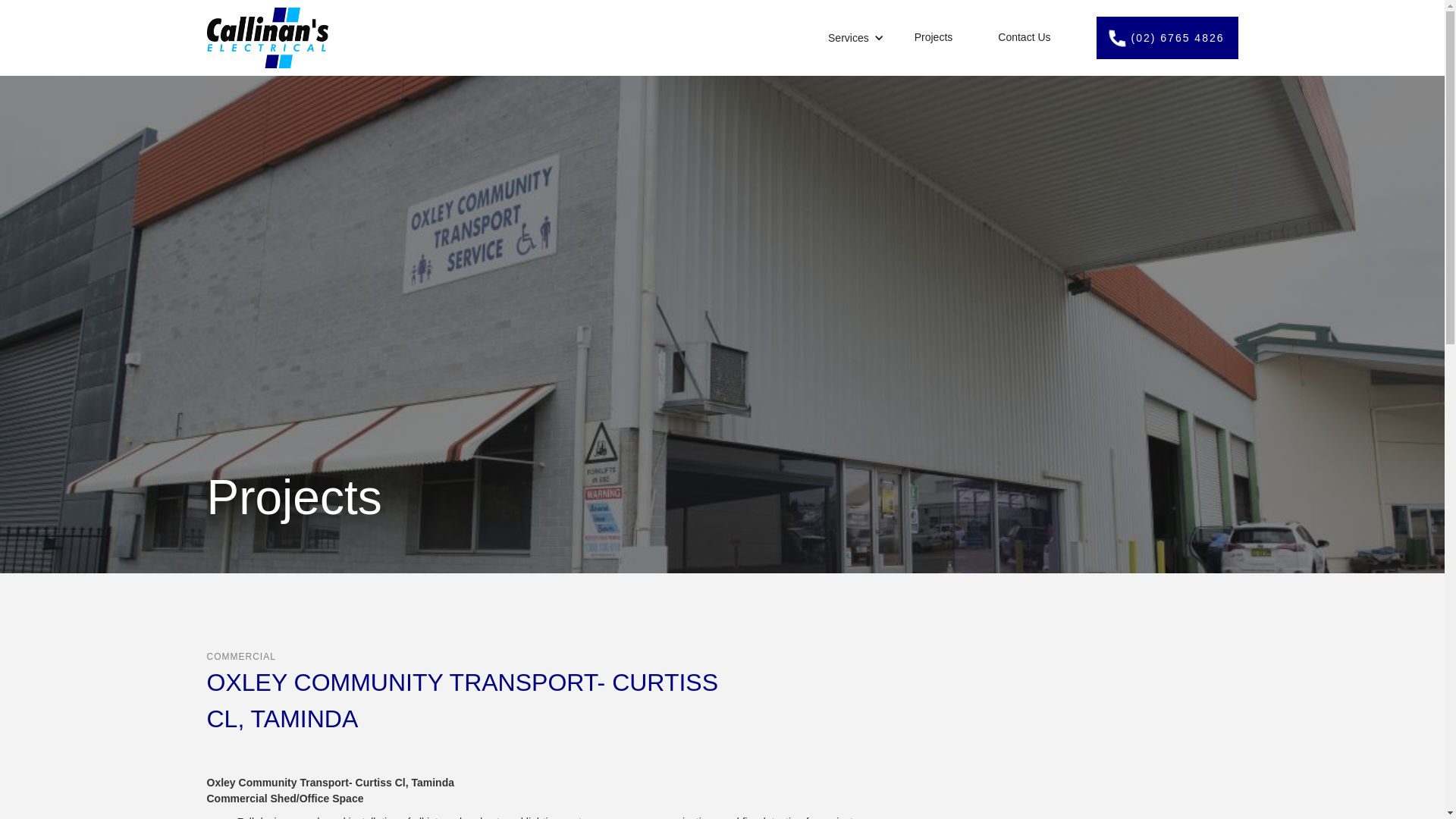 The image size is (1456, 819). I want to click on '(02) 6765 4826', so click(1166, 37).